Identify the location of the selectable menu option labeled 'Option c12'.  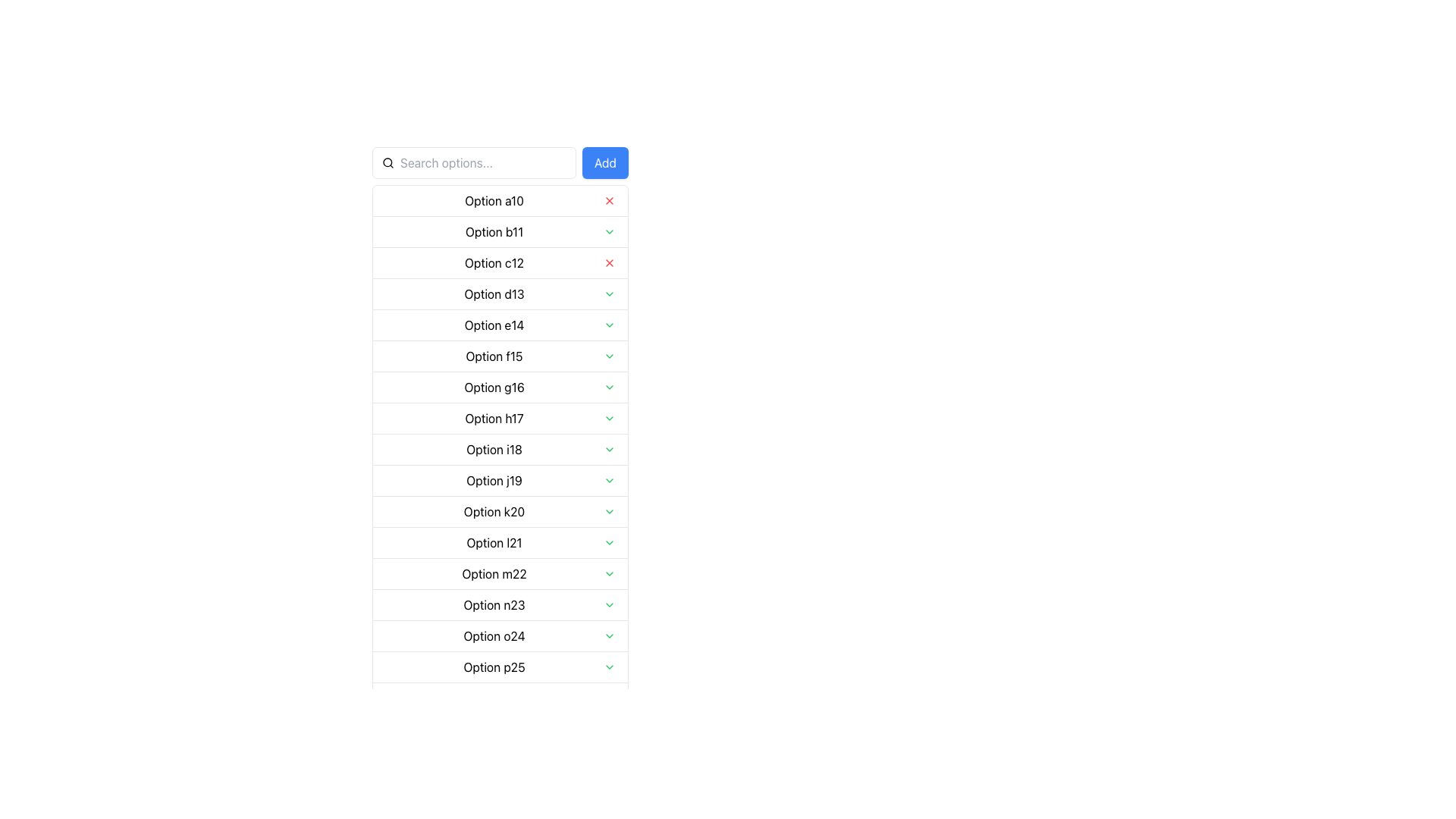
(500, 262).